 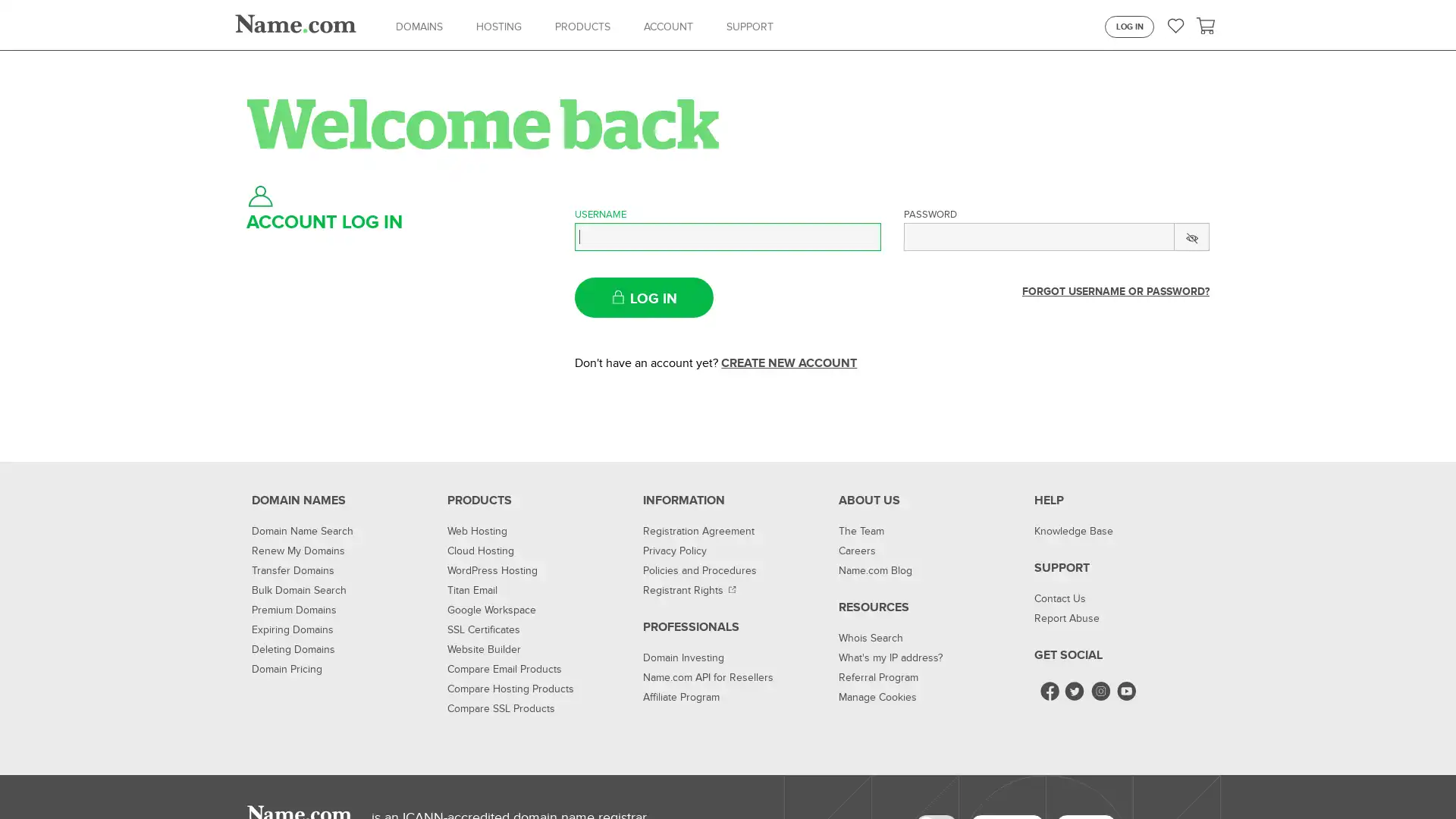 What do you see at coordinates (1169, 778) in the screenshot?
I see `Accept All Cookies` at bounding box center [1169, 778].